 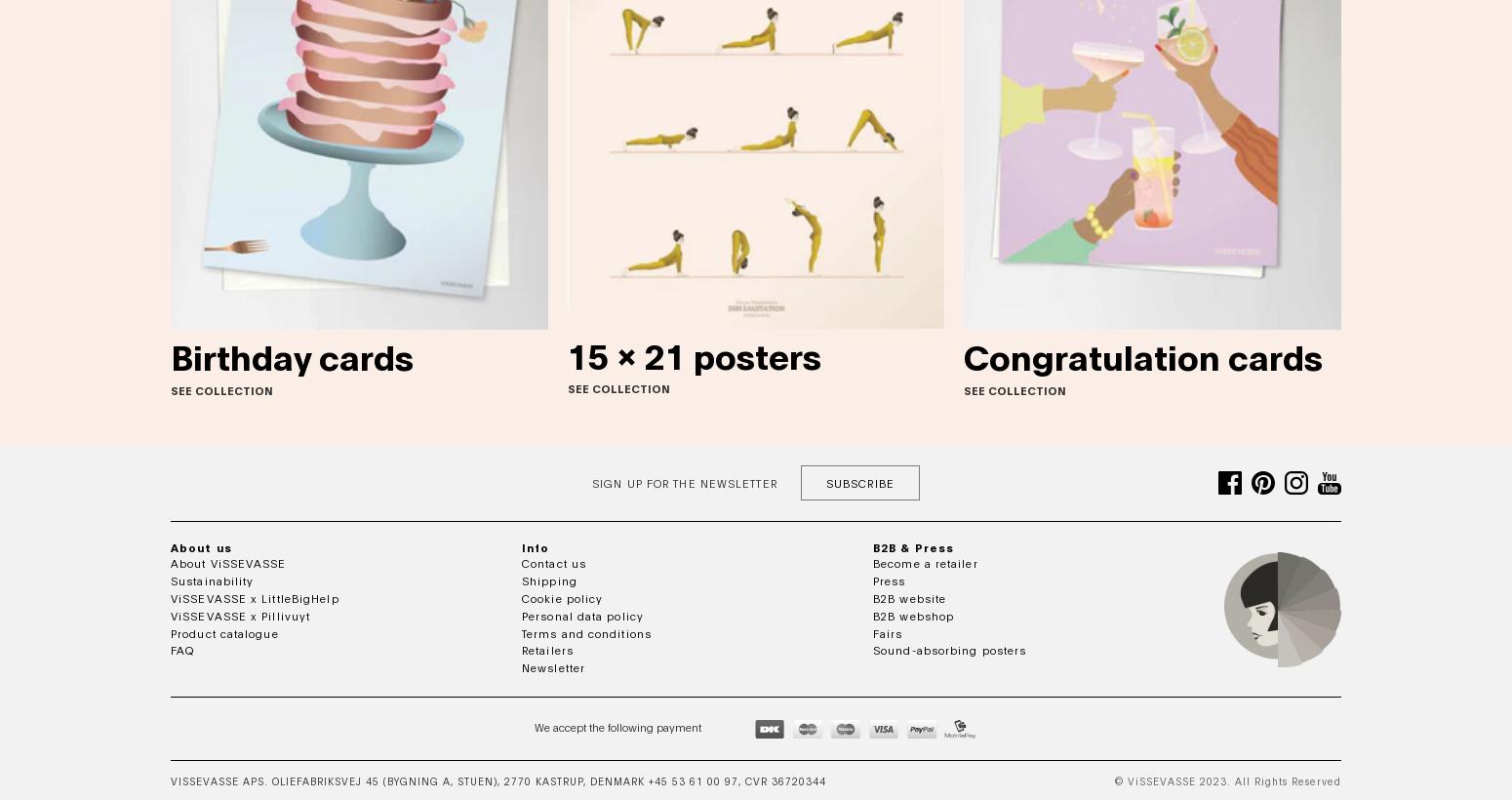 What do you see at coordinates (554, 563) in the screenshot?
I see `'Contact us'` at bounding box center [554, 563].